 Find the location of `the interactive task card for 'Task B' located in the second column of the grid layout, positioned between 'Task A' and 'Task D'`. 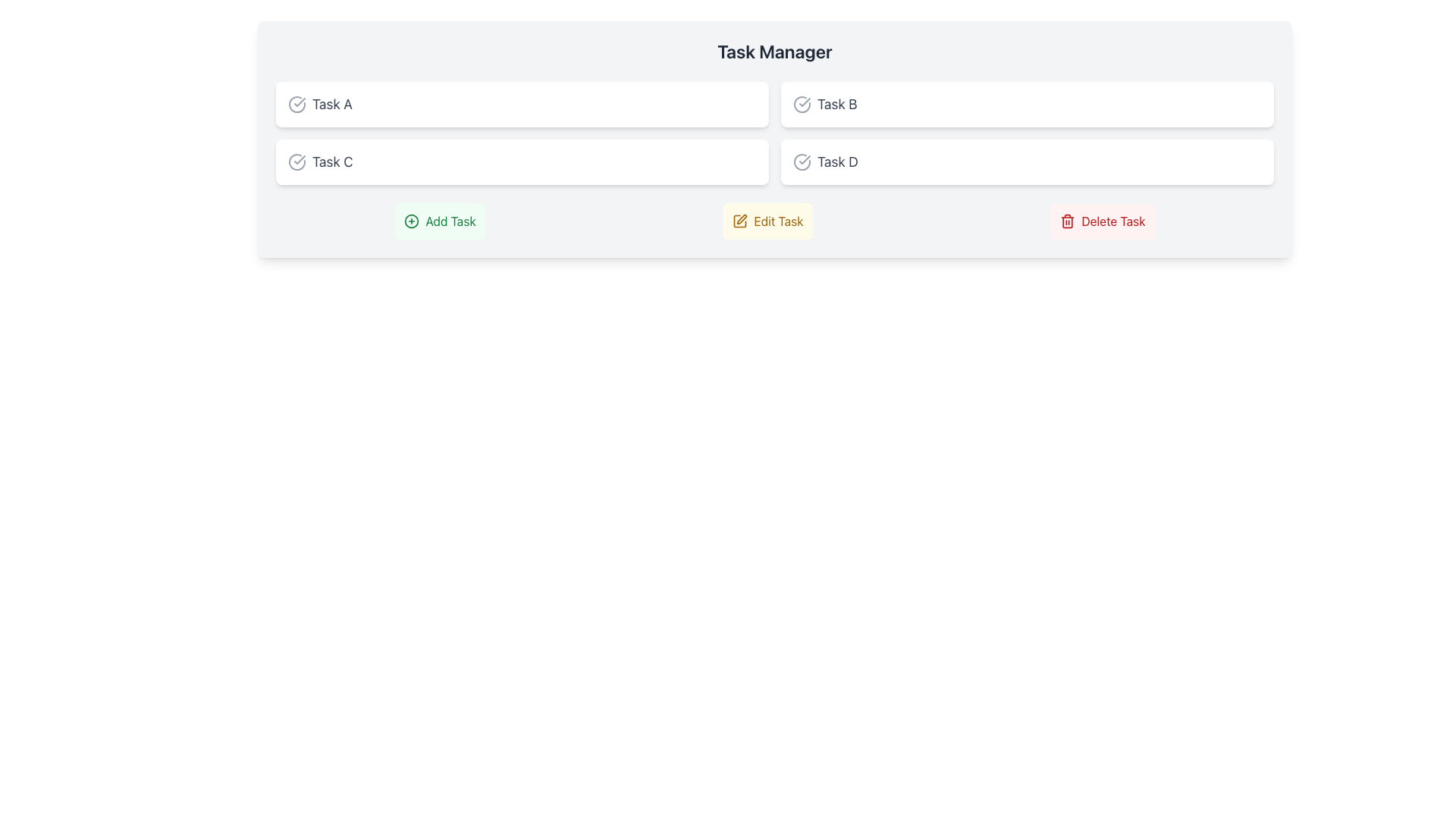

the interactive task card for 'Task B' located in the second column of the grid layout, positioned between 'Task A' and 'Task D' is located at coordinates (1027, 104).